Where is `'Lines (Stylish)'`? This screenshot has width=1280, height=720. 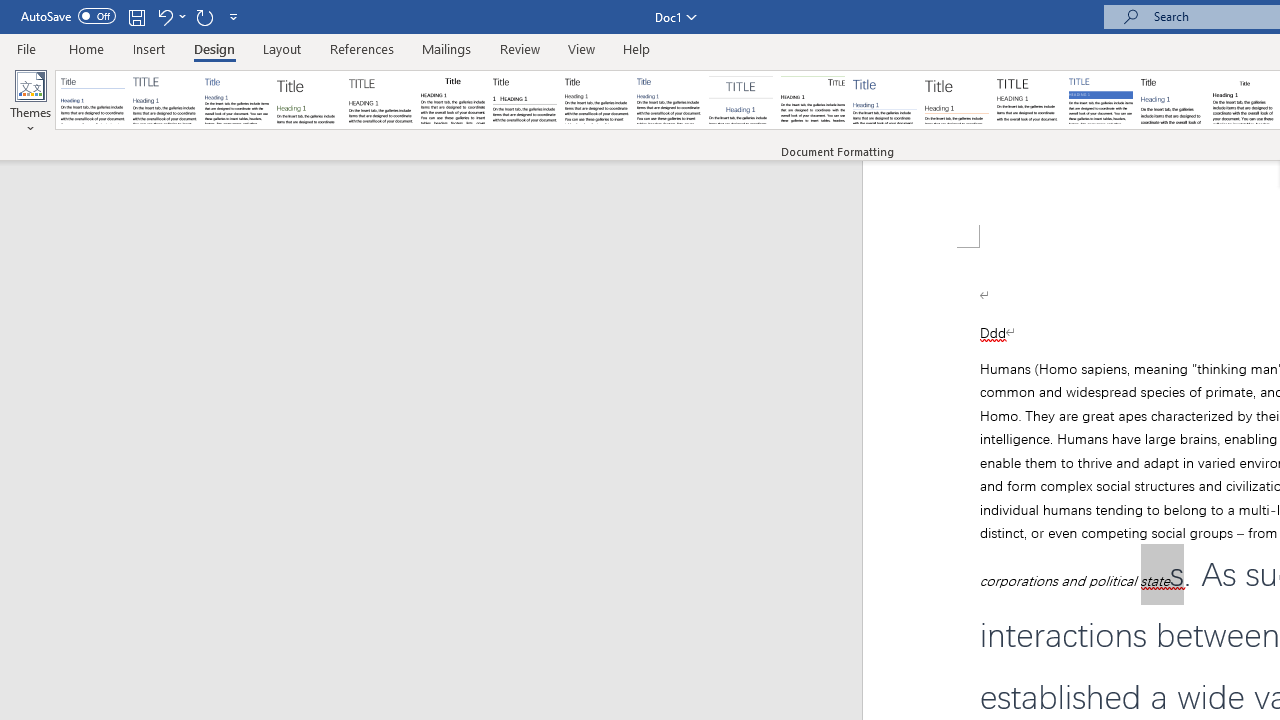
'Lines (Stylish)' is located at coordinates (956, 100).